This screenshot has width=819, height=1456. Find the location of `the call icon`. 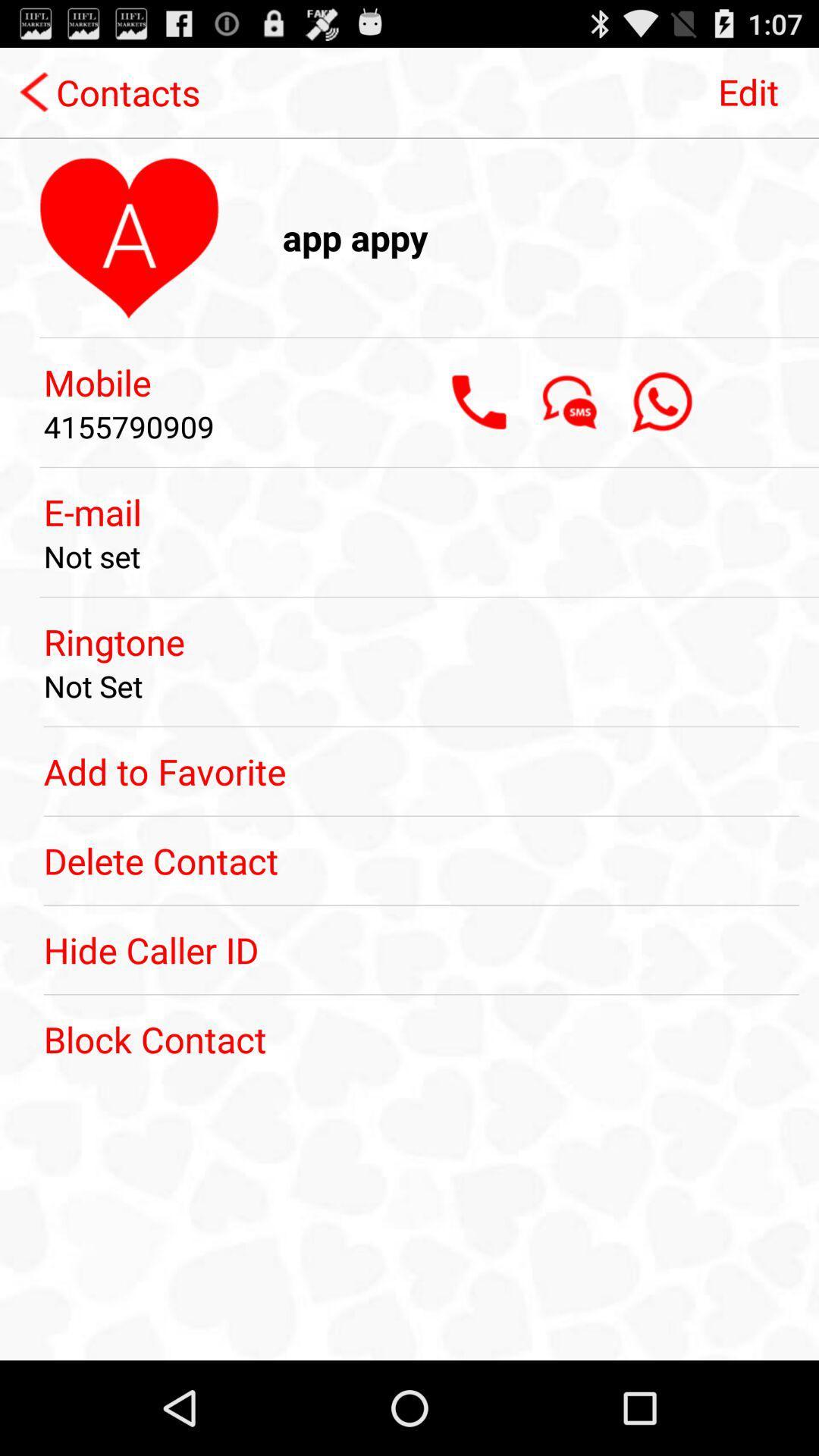

the call icon is located at coordinates (479, 429).